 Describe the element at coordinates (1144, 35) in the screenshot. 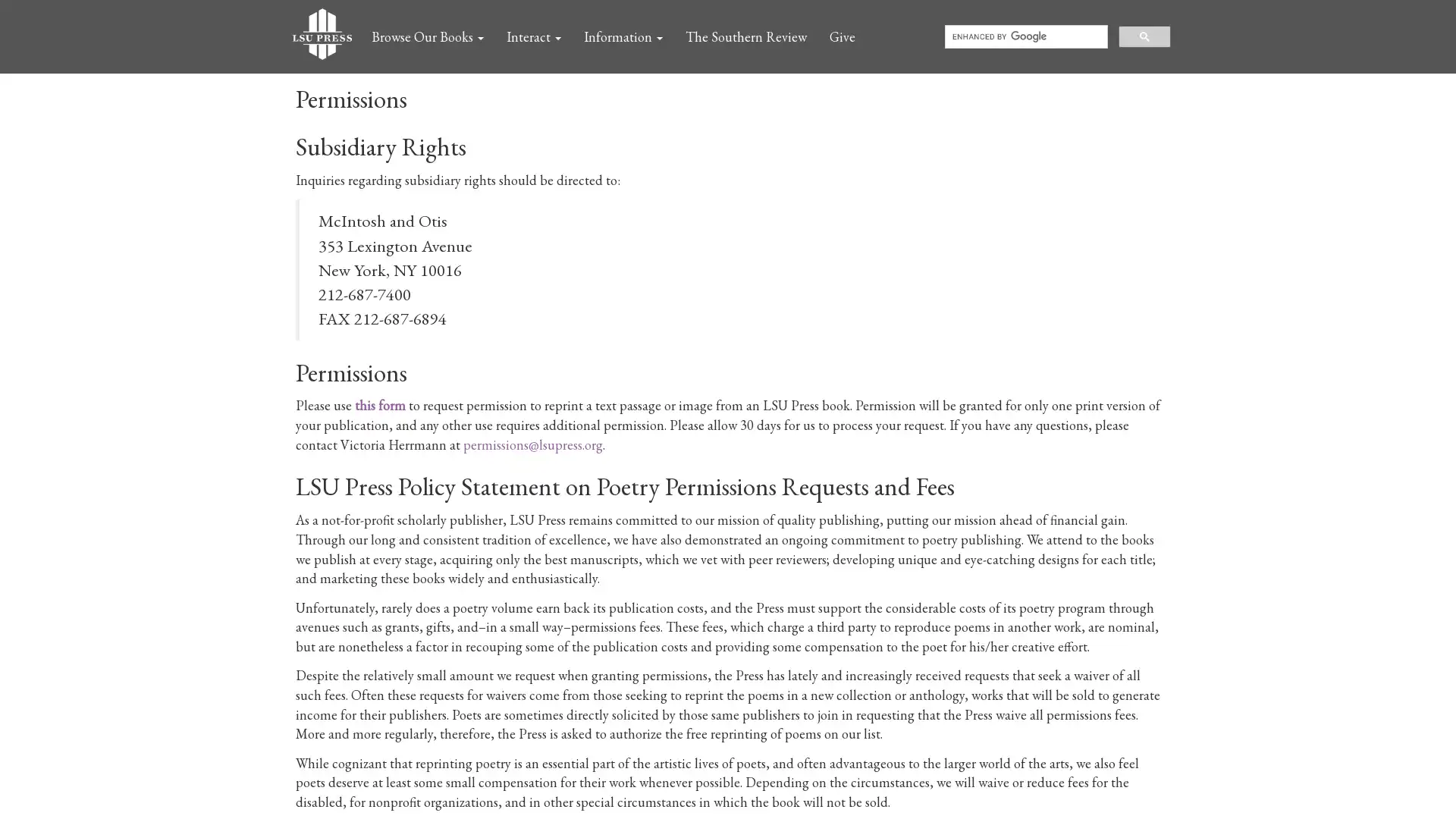

I see `search` at that location.